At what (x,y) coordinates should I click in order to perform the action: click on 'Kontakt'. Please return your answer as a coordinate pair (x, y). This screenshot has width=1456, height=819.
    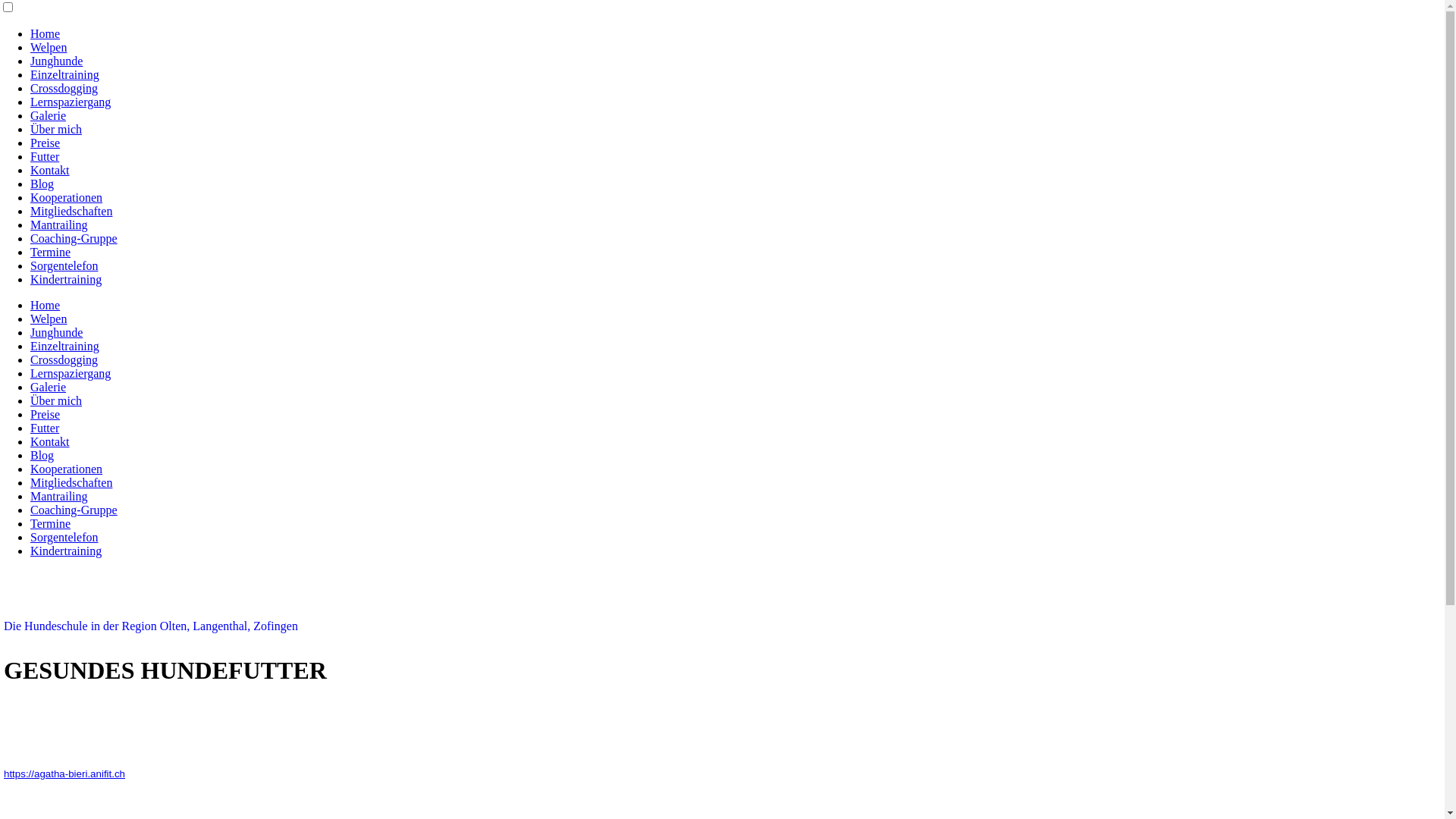
    Looking at the image, I should click on (30, 441).